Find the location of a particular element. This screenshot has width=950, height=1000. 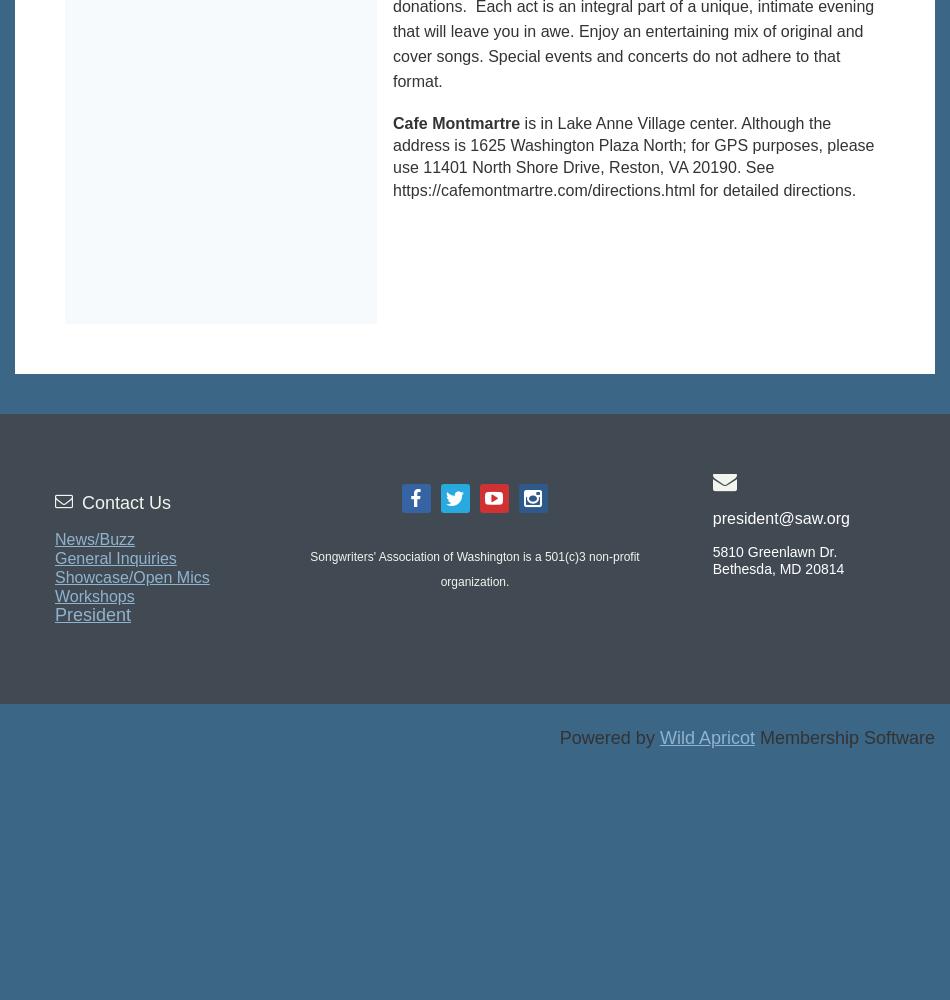

'Cafe Montmartre' is located at coordinates (455, 121).